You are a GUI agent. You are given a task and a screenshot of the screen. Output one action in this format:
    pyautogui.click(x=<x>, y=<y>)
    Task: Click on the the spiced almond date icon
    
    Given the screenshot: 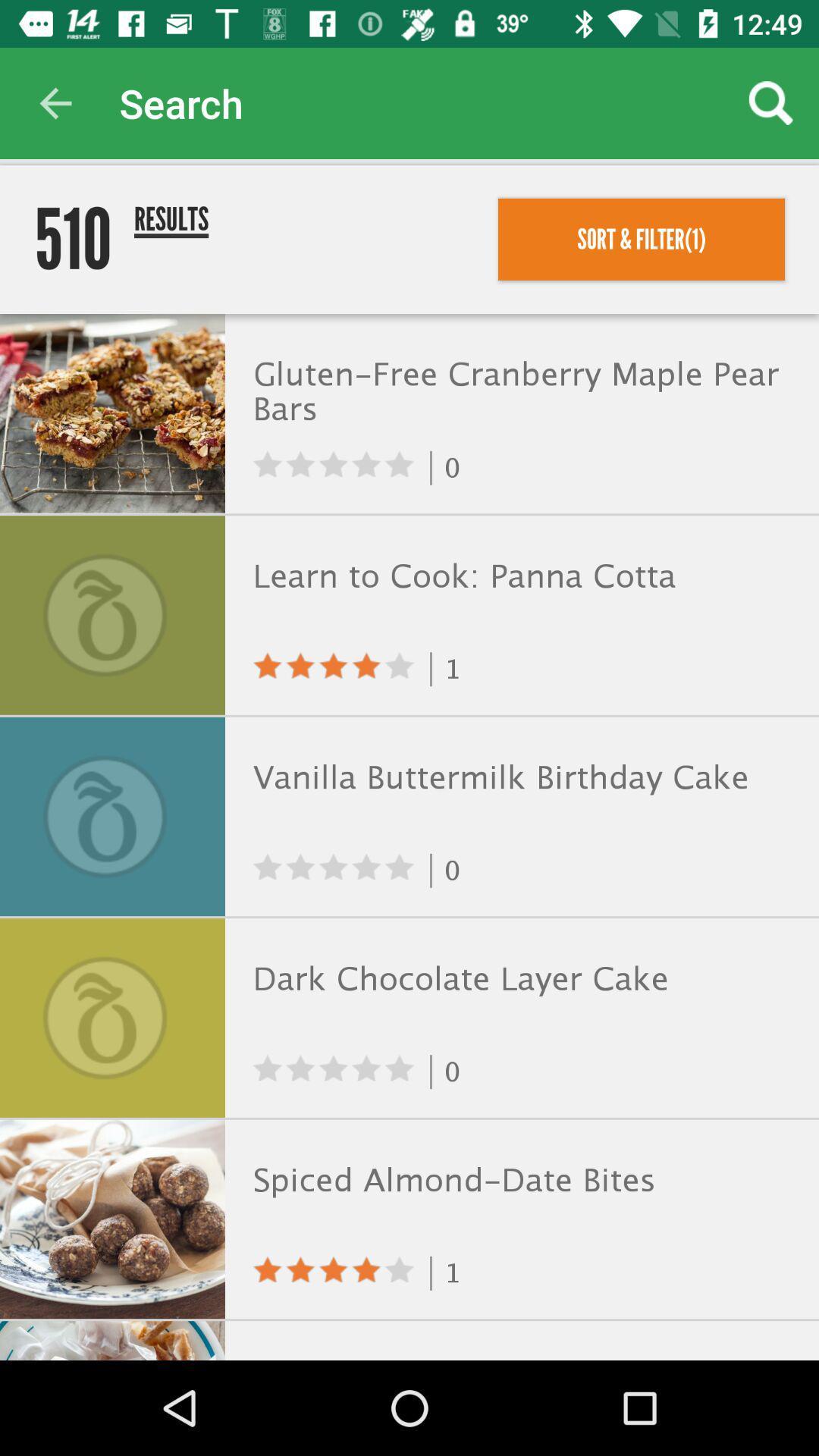 What is the action you would take?
    pyautogui.click(x=518, y=1179)
    